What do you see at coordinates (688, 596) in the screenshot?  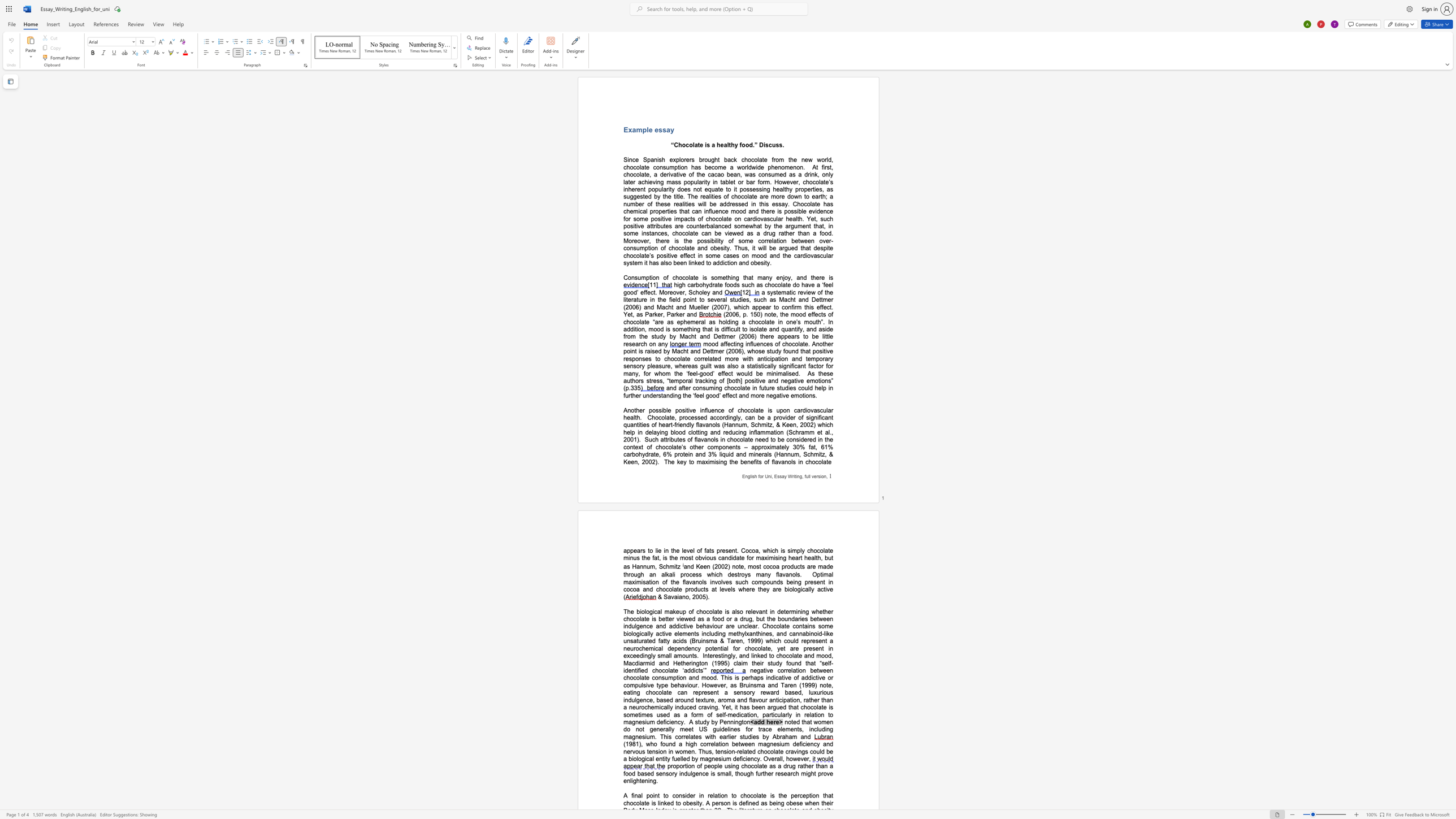 I see `the space between the continuous character "o" and "," in the text` at bounding box center [688, 596].